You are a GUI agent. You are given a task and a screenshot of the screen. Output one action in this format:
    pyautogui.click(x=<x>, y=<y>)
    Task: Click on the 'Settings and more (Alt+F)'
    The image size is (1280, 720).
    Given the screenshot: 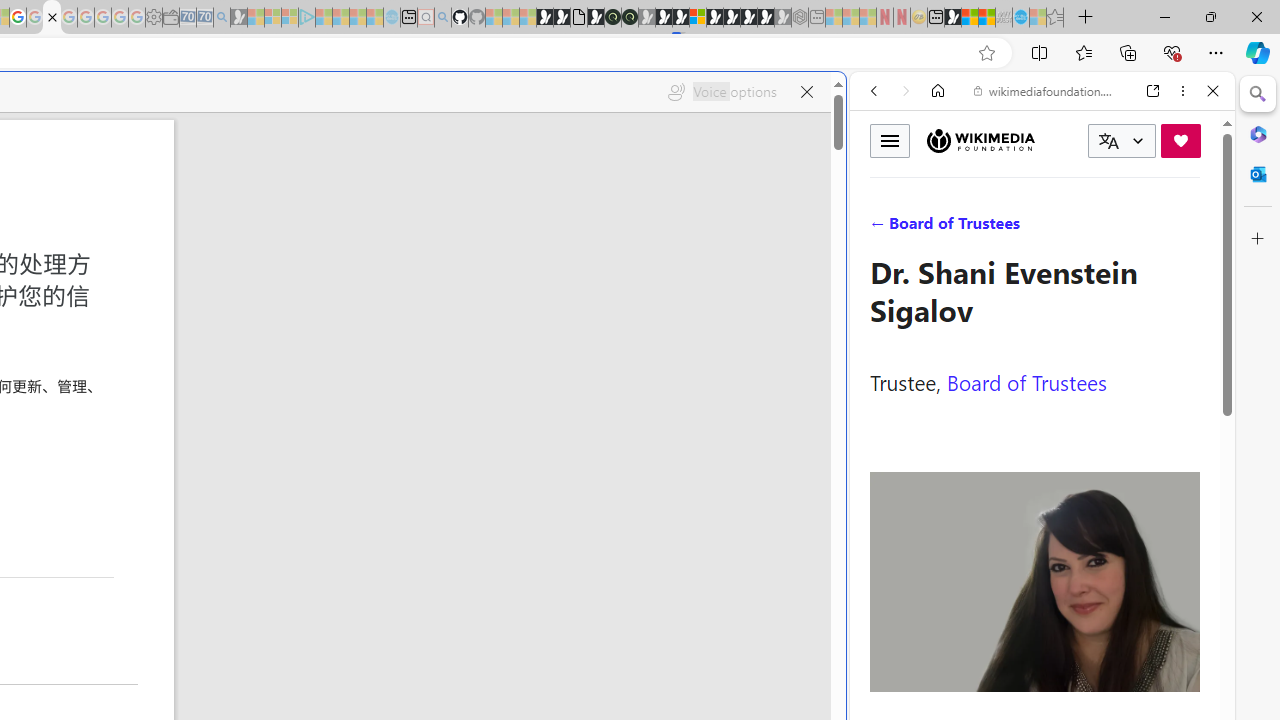 What is the action you would take?
    pyautogui.click(x=1215, y=51)
    